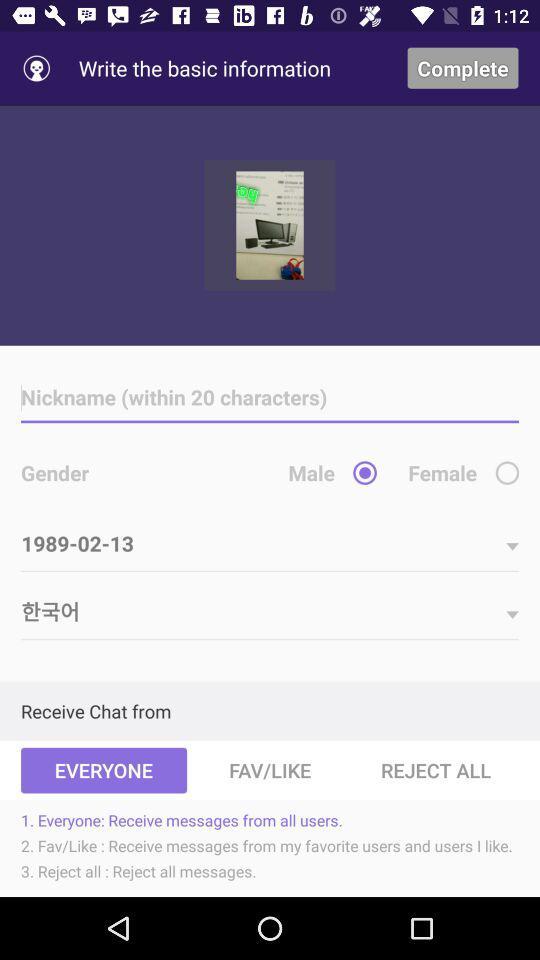 The image size is (540, 960). What do you see at coordinates (507, 473) in the screenshot?
I see `choose female gender` at bounding box center [507, 473].